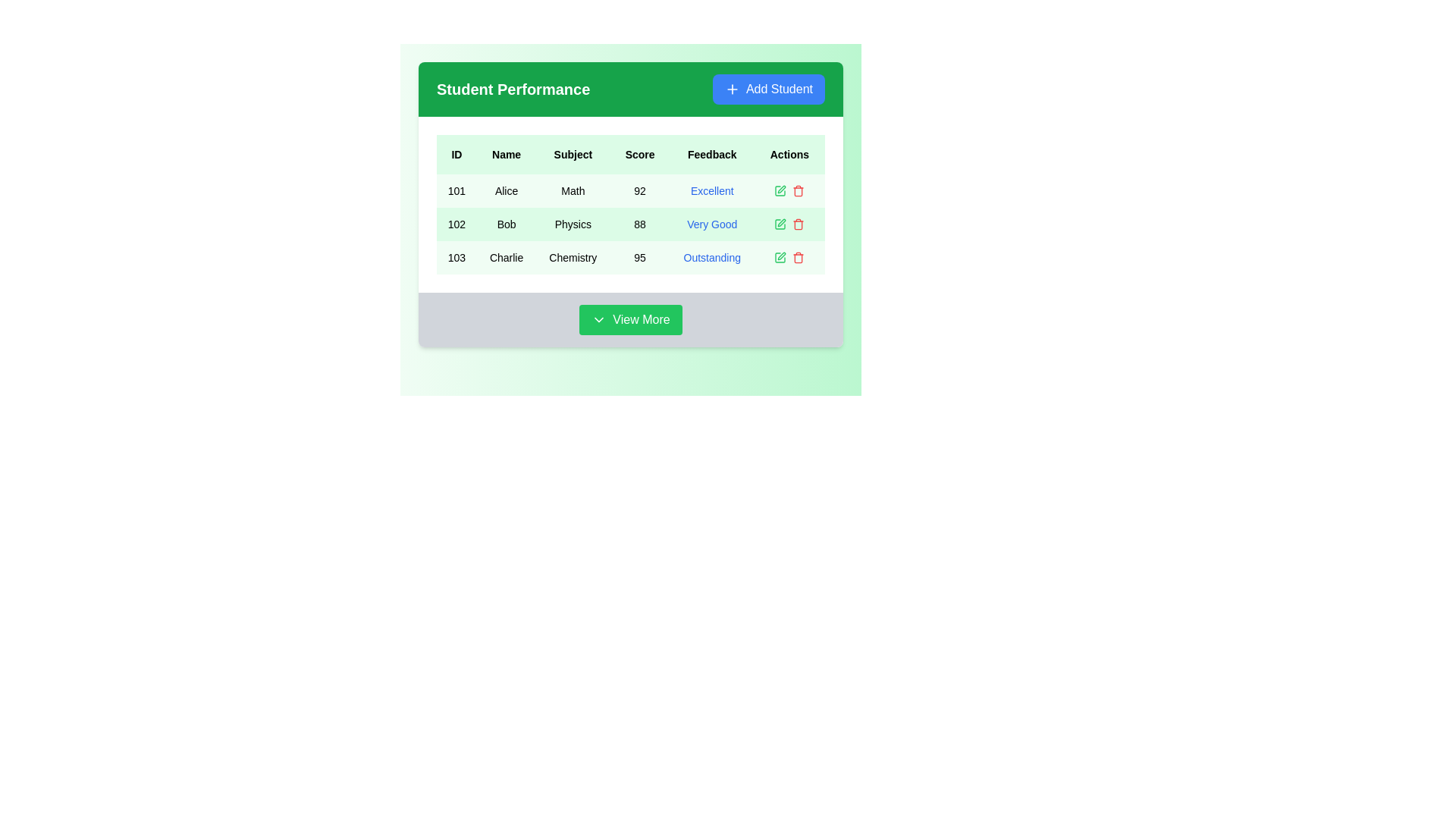 The width and height of the screenshot is (1456, 819). I want to click on the green edit button in the 'Actions' column of the 'Student Performance' table for the record with ID '102' and Name 'Bob', so click(789, 224).